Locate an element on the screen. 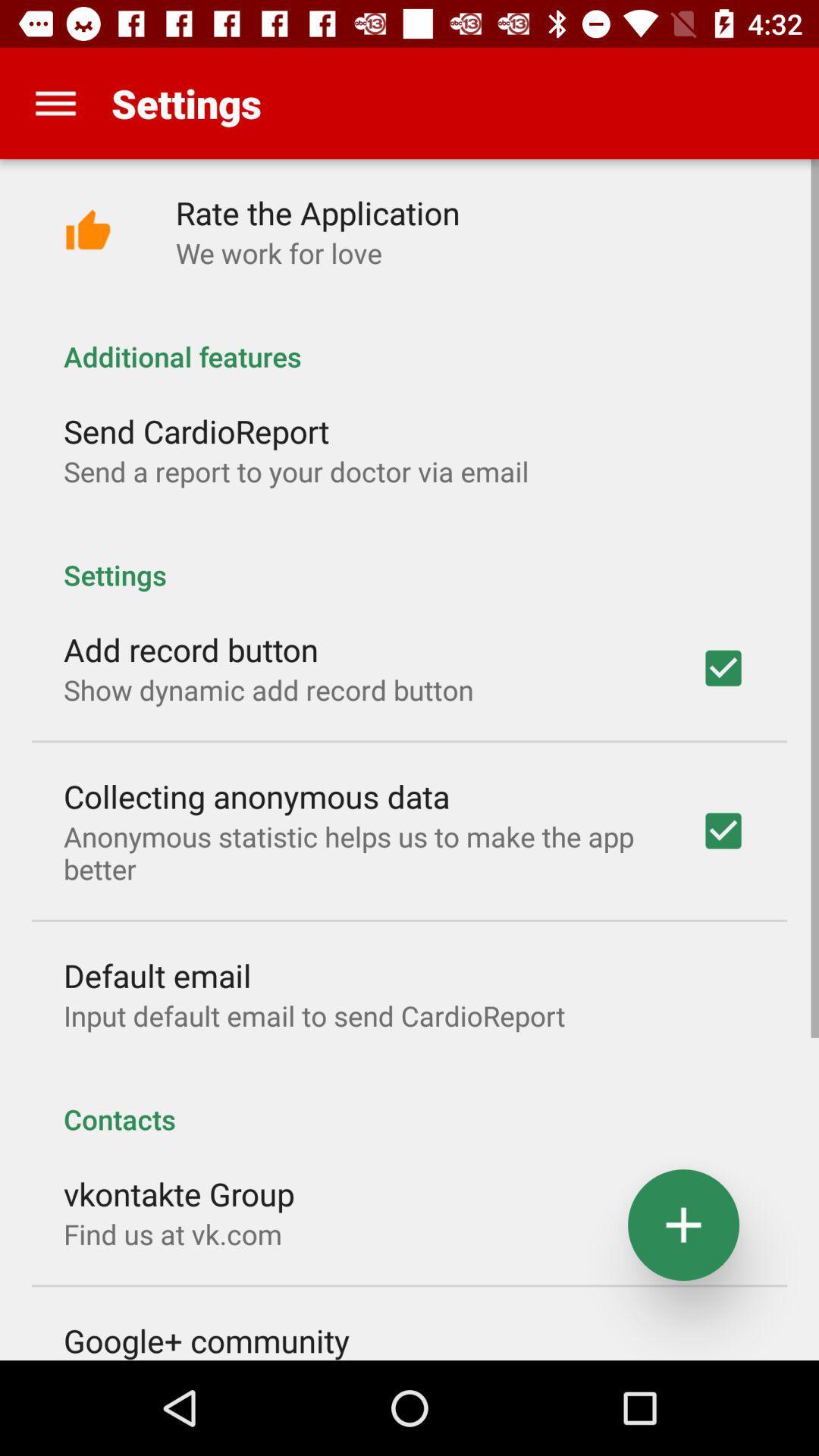 The height and width of the screenshot is (1456, 819). app below the add record button is located at coordinates (268, 689).